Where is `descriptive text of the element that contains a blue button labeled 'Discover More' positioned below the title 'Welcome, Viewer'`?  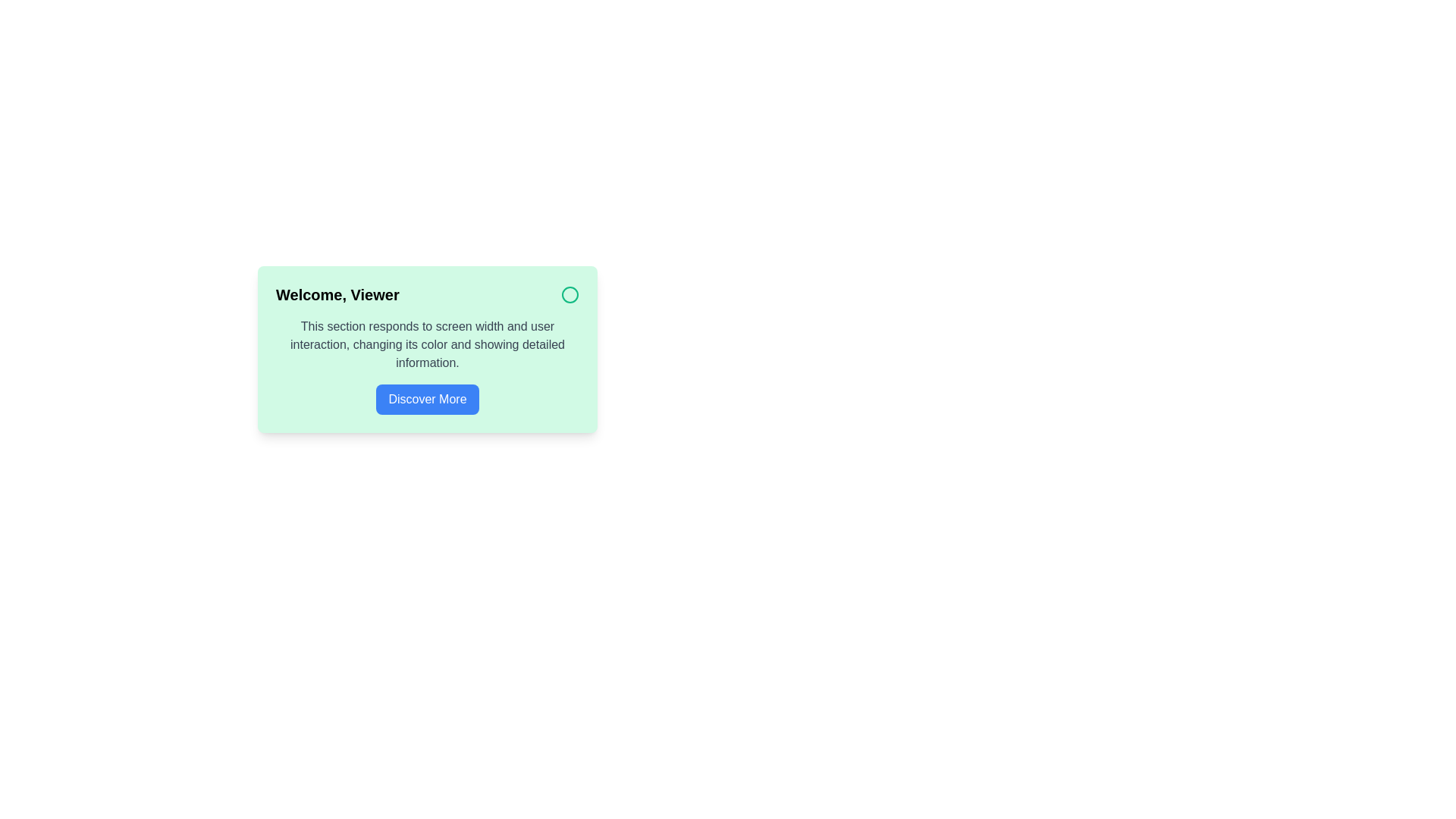 descriptive text of the element that contains a blue button labeled 'Discover More' positioned below the title 'Welcome, Viewer' is located at coordinates (427, 366).